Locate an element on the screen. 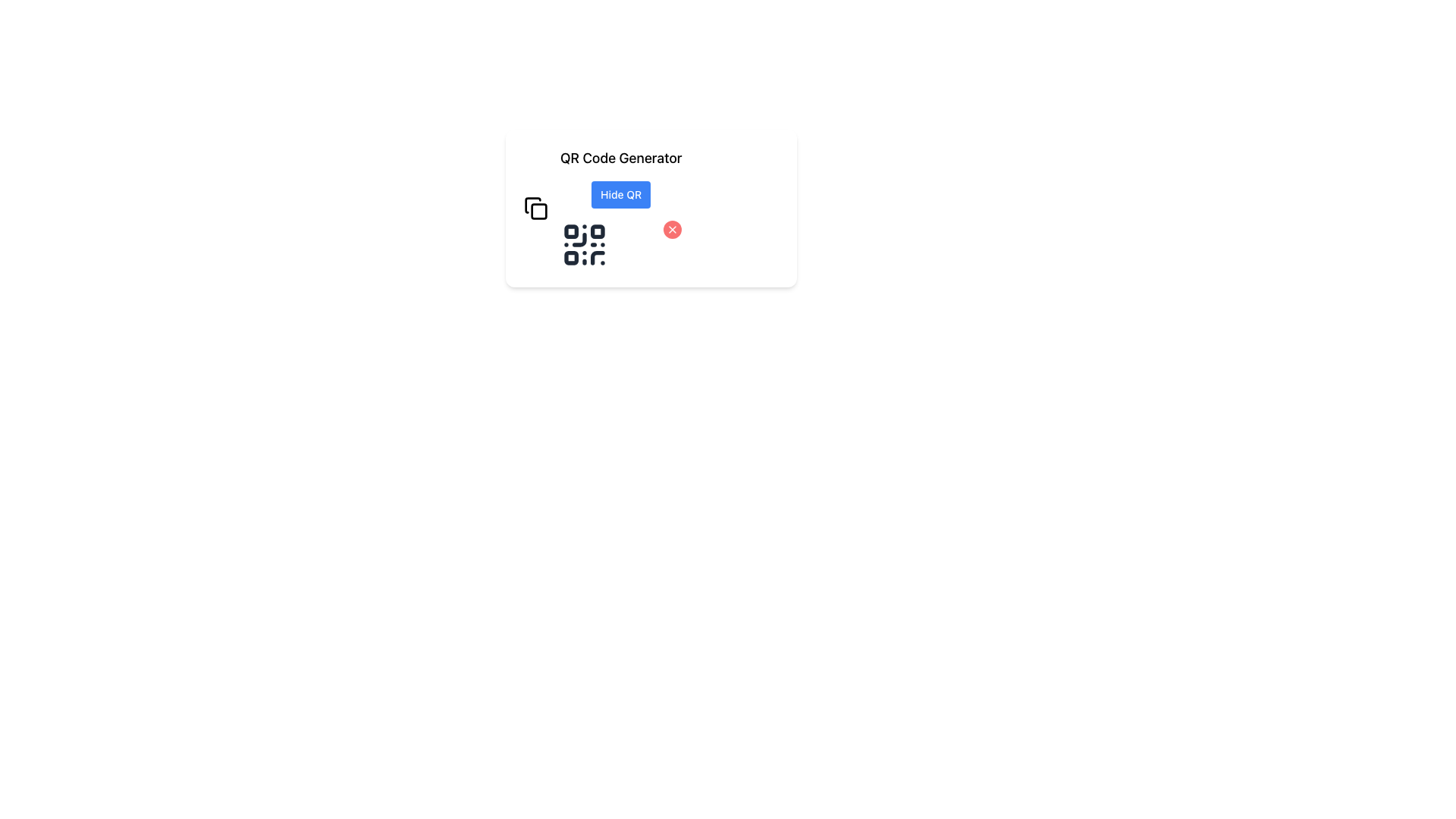  the button located beneath the title 'QR Code Generator' to hide the currently visible QR code is located at coordinates (621, 208).